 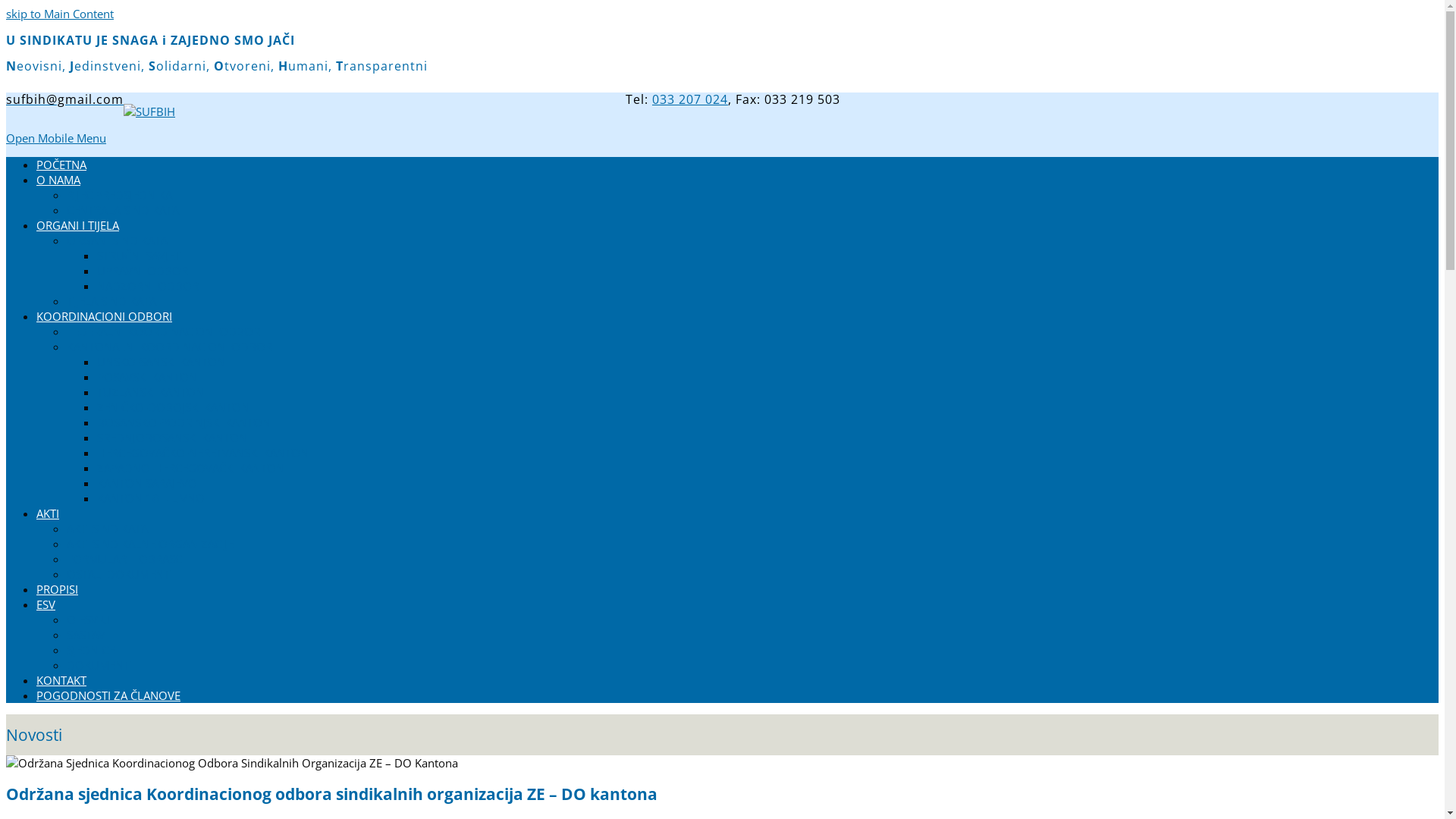 What do you see at coordinates (36, 178) in the screenshot?
I see `'O NAMA'` at bounding box center [36, 178].